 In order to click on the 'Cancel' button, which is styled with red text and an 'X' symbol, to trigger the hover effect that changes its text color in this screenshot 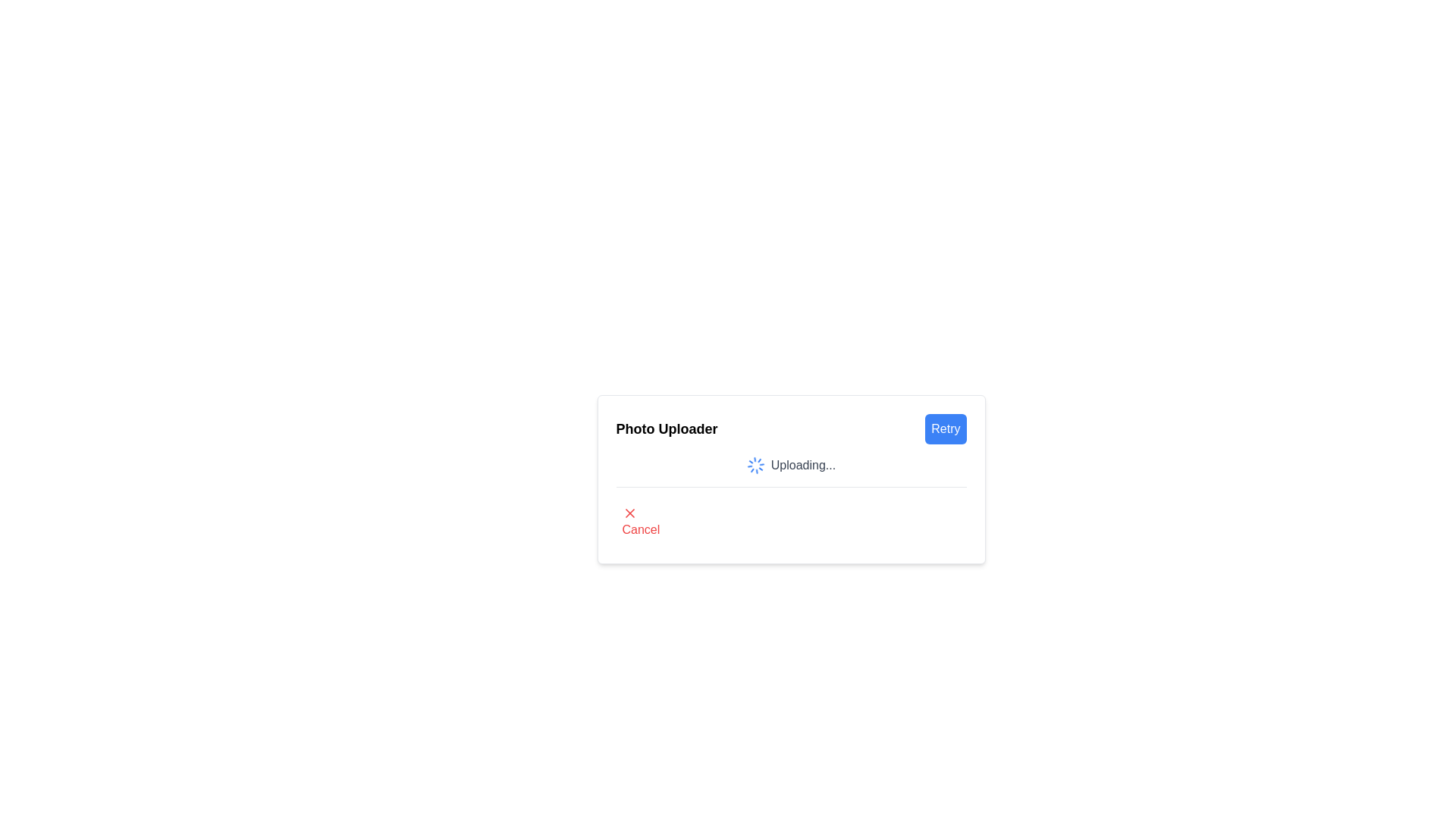, I will do `click(641, 522)`.